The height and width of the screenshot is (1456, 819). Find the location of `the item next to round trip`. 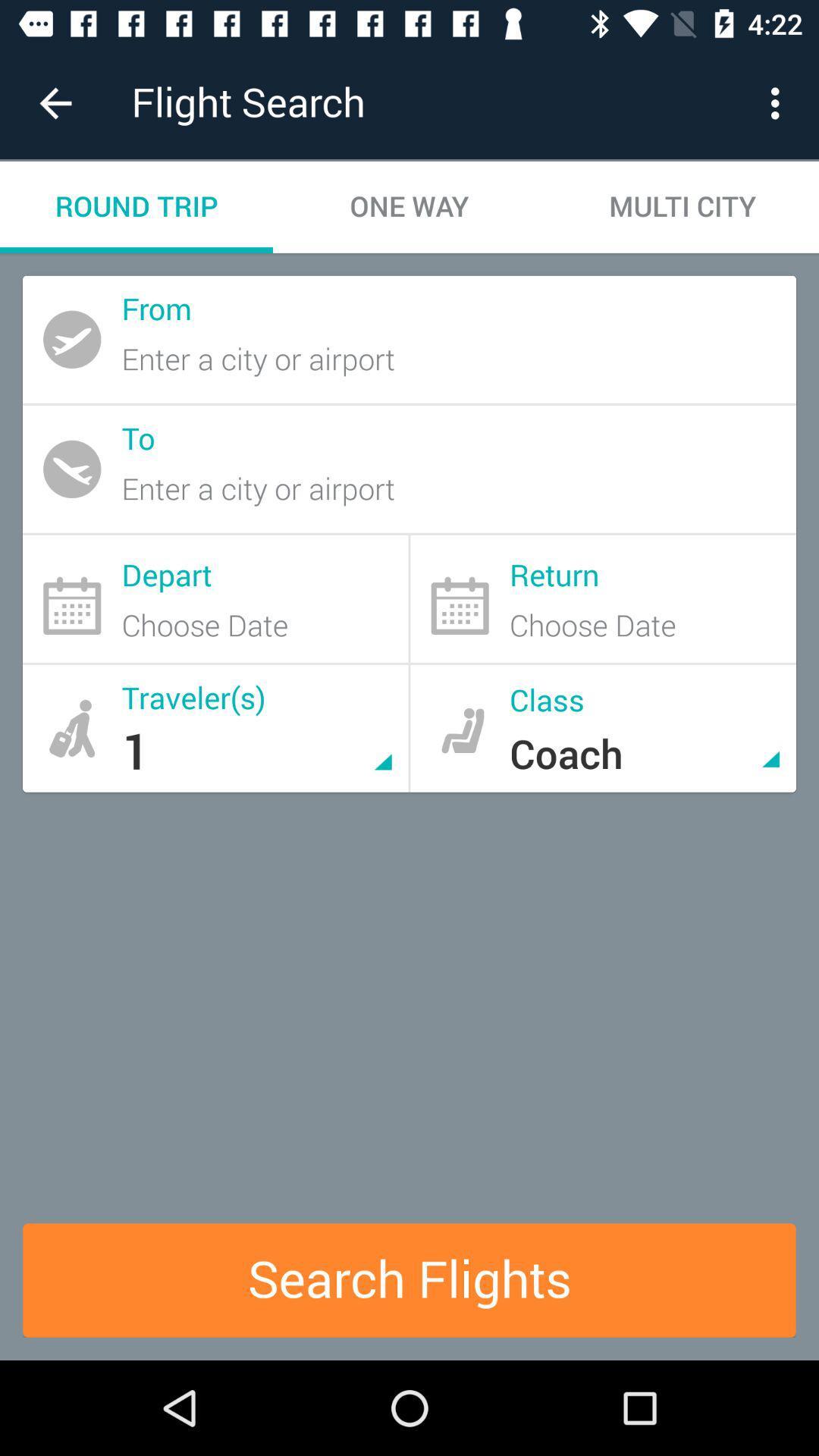

the item next to round trip is located at coordinates (409, 206).